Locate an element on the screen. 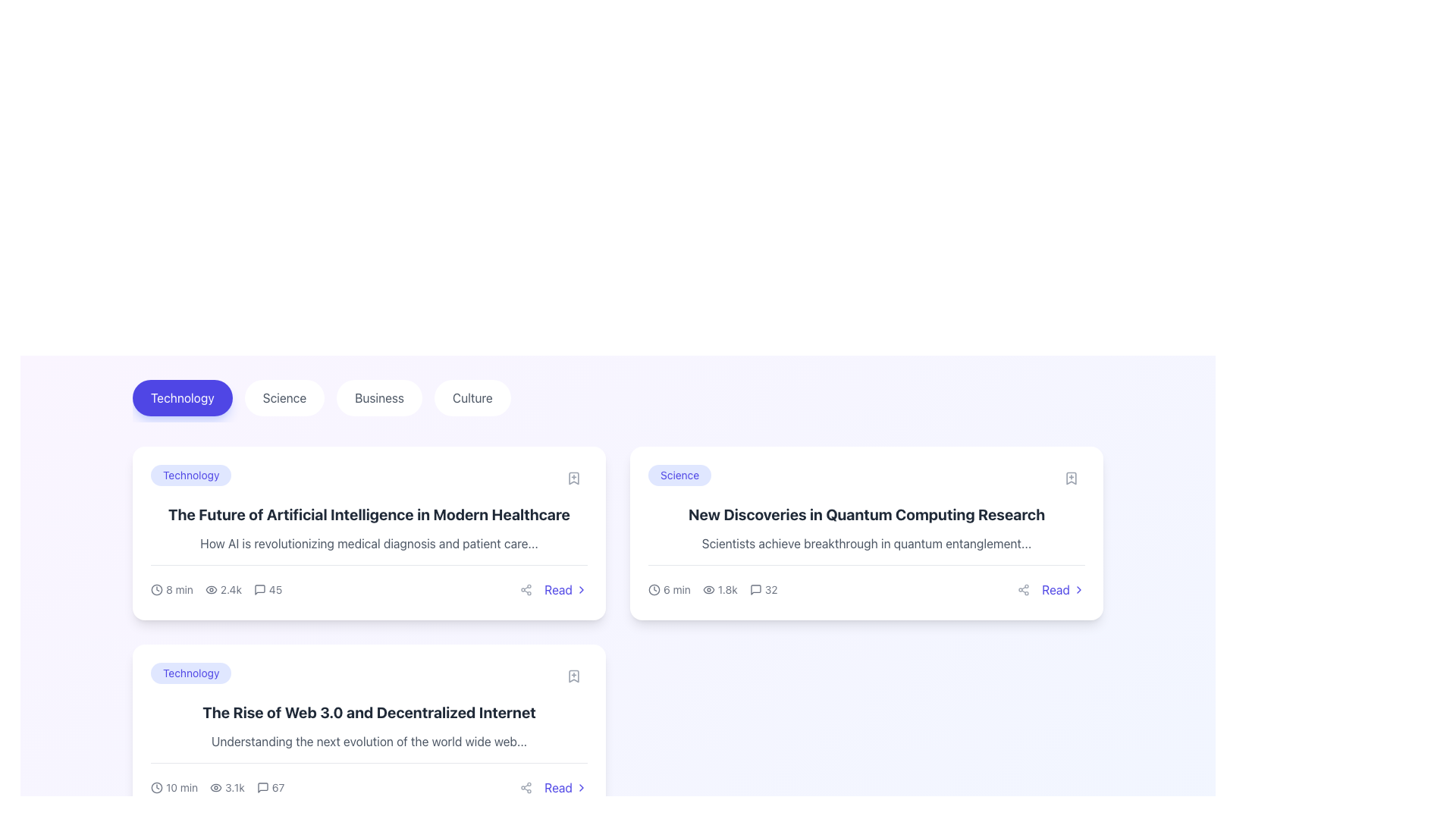 Image resolution: width=1456 pixels, height=819 pixels. the clock icon located in the bottom-left section of the card labeled 'The Rise of Web 3.0 and Decentralized Internet', which precedes the '10 min' text is located at coordinates (156, 786).